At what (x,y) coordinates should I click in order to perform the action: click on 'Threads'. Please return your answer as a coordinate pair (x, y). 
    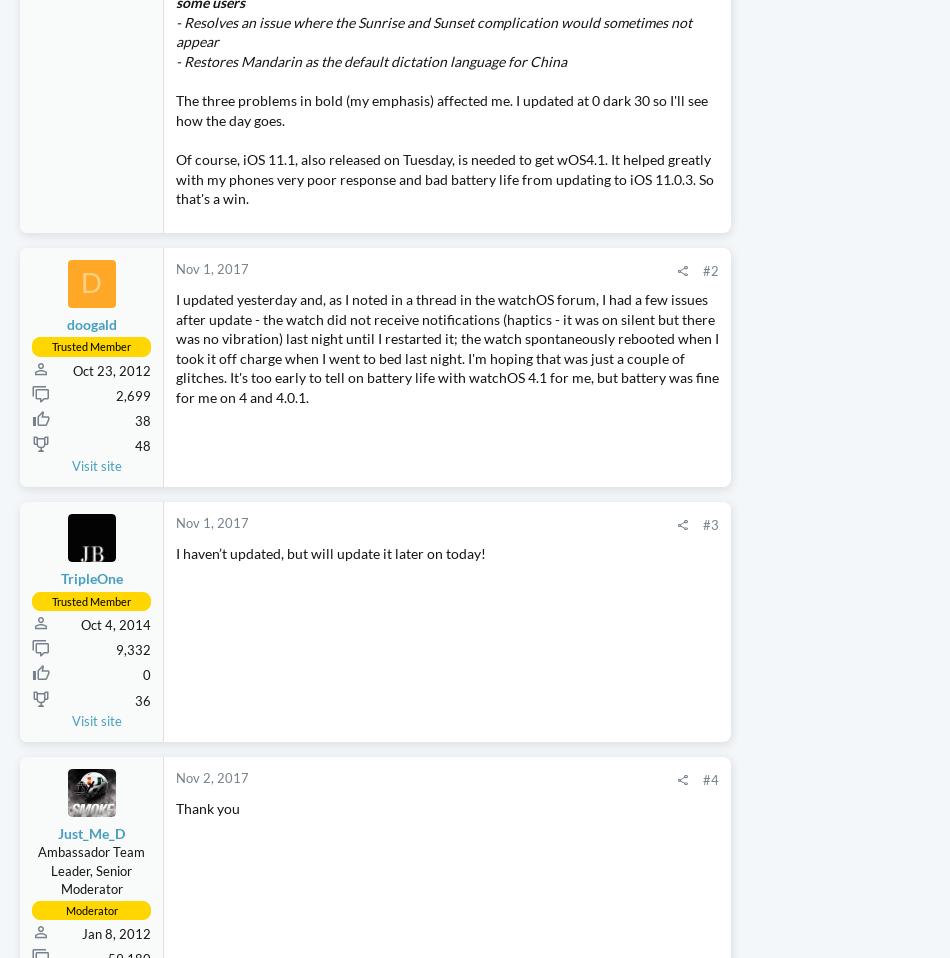
    Looking at the image, I should click on (655, 809).